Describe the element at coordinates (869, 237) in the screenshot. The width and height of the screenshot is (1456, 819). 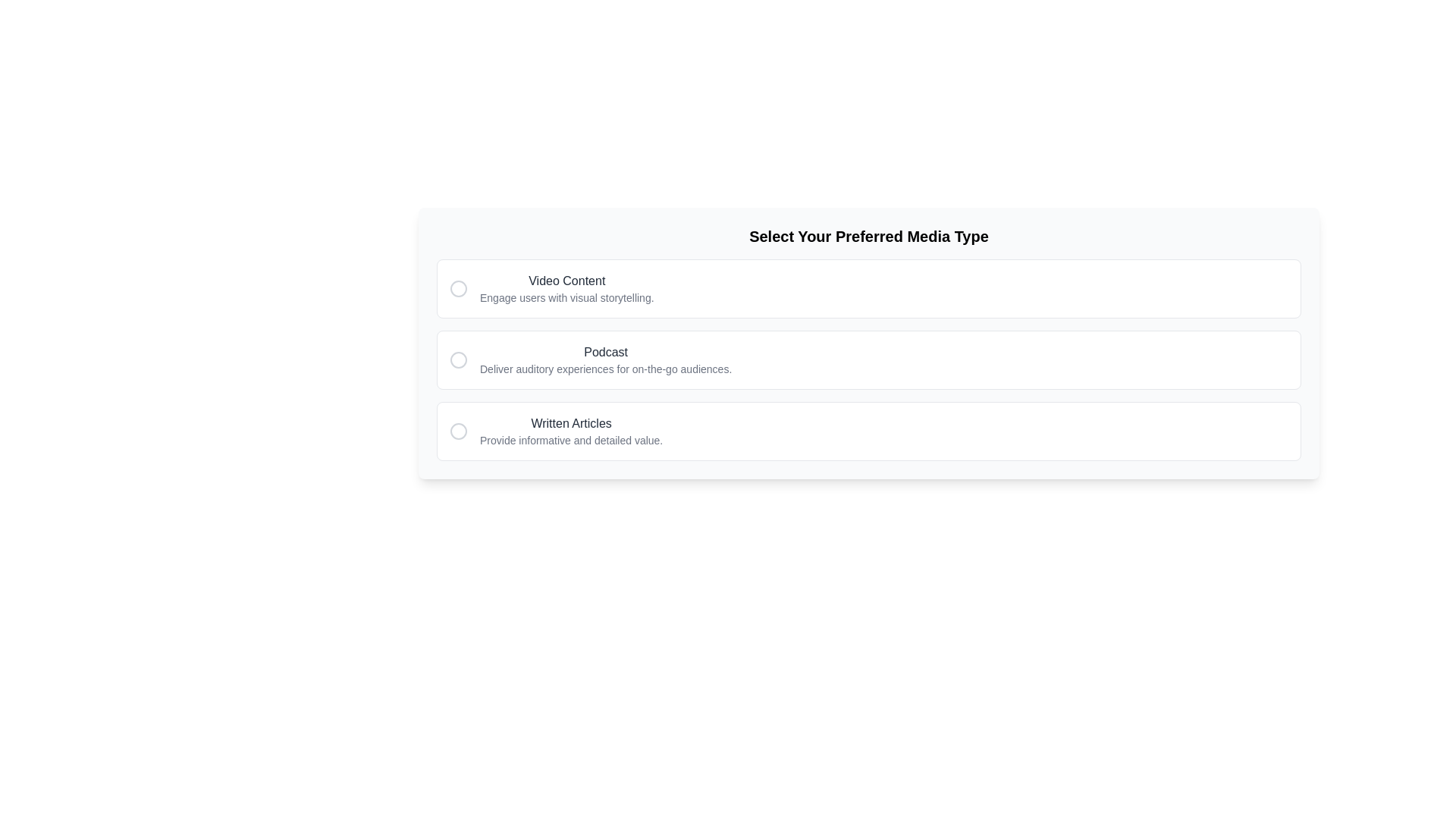
I see `text heading labeled 'Select Your Preferred Media Type', which is a bold and large-font title located at the top of the card-like section` at that location.